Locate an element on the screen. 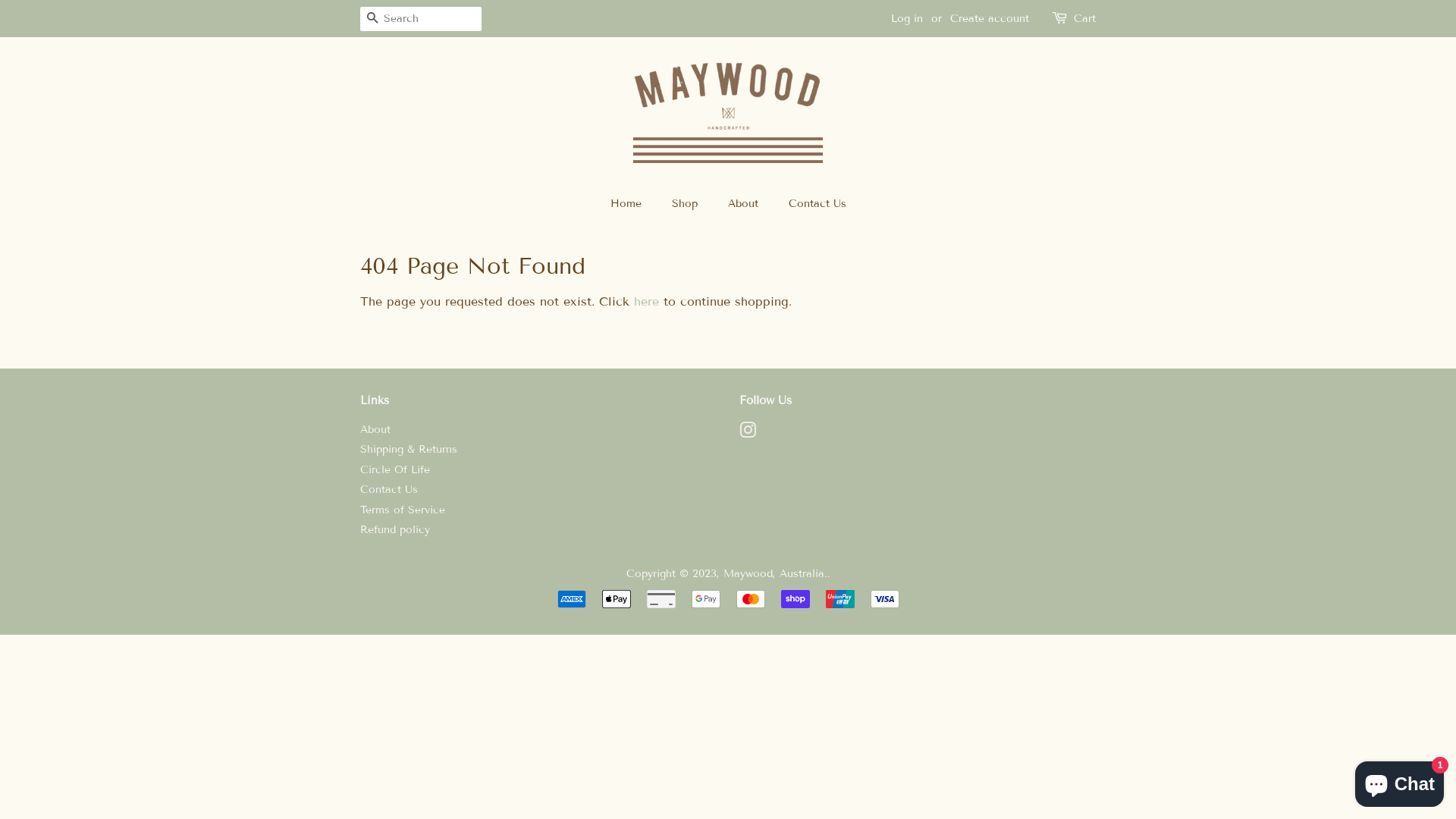 The image size is (1456, 819). 'About' is located at coordinates (375, 429).